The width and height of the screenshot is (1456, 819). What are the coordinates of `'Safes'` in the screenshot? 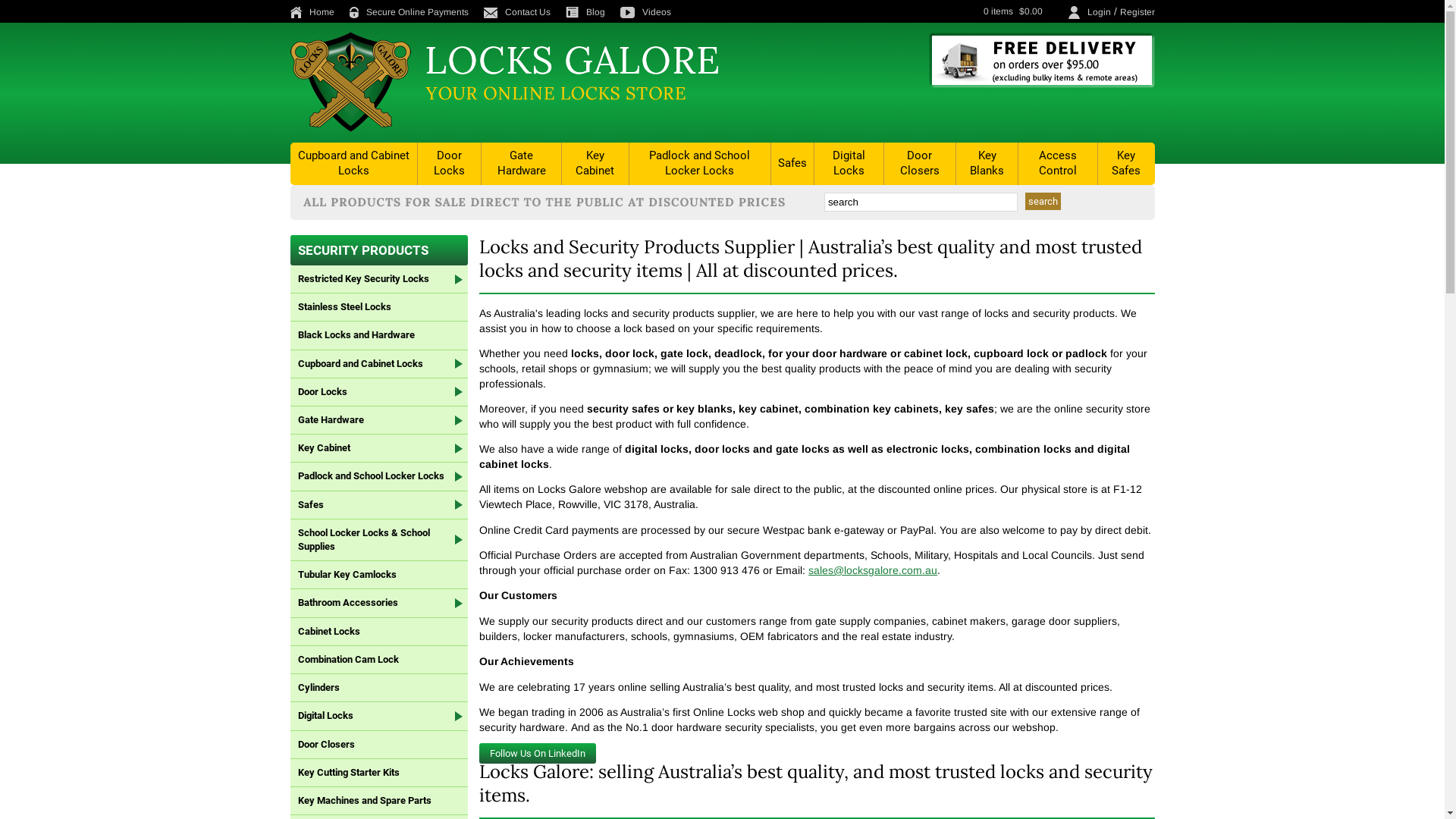 It's located at (378, 505).